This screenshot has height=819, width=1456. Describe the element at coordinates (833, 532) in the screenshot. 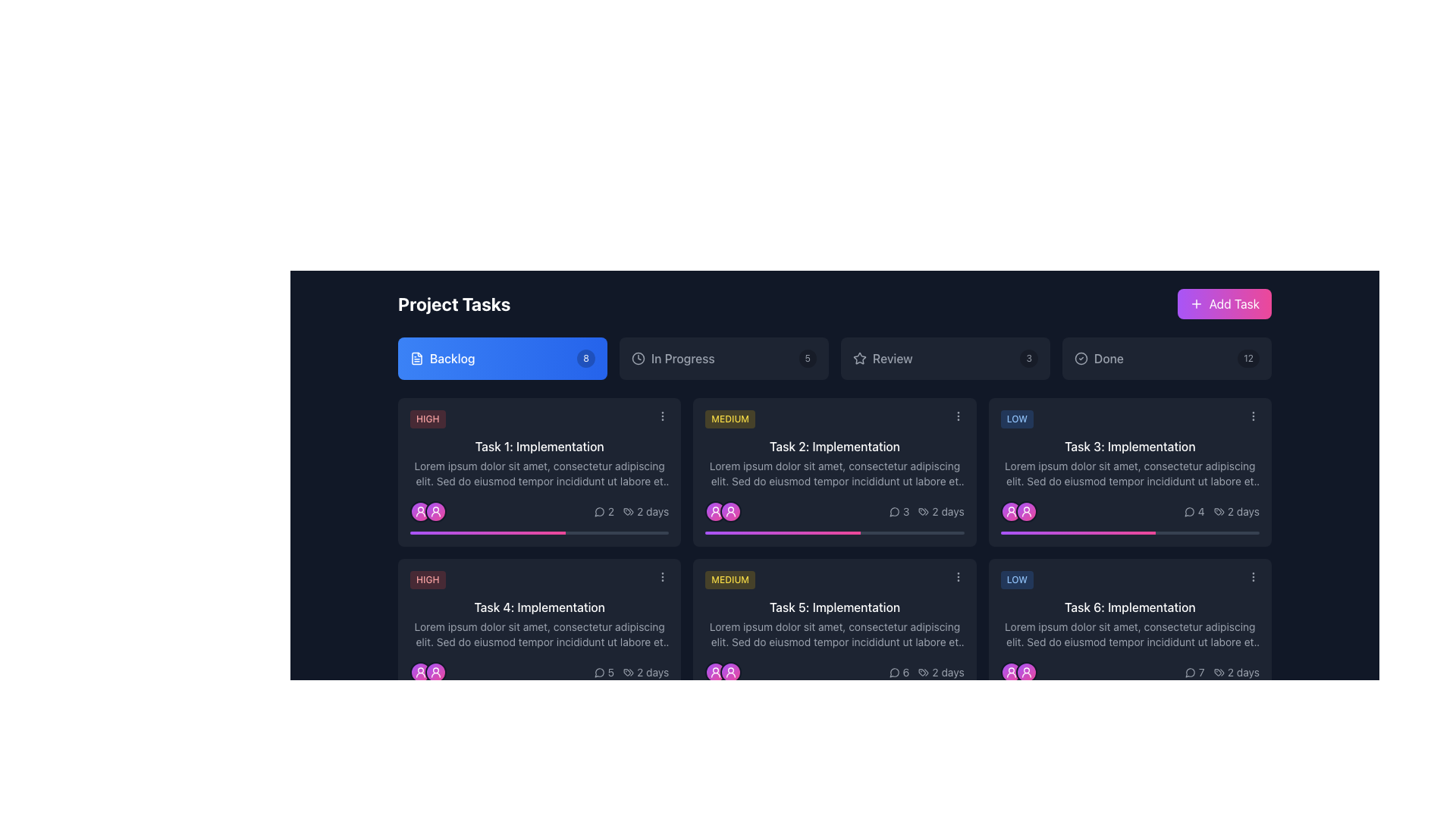

I see `the progress bar located at the bottom of the 'Task 2: Implementation' task card in the second column of the task board` at that location.